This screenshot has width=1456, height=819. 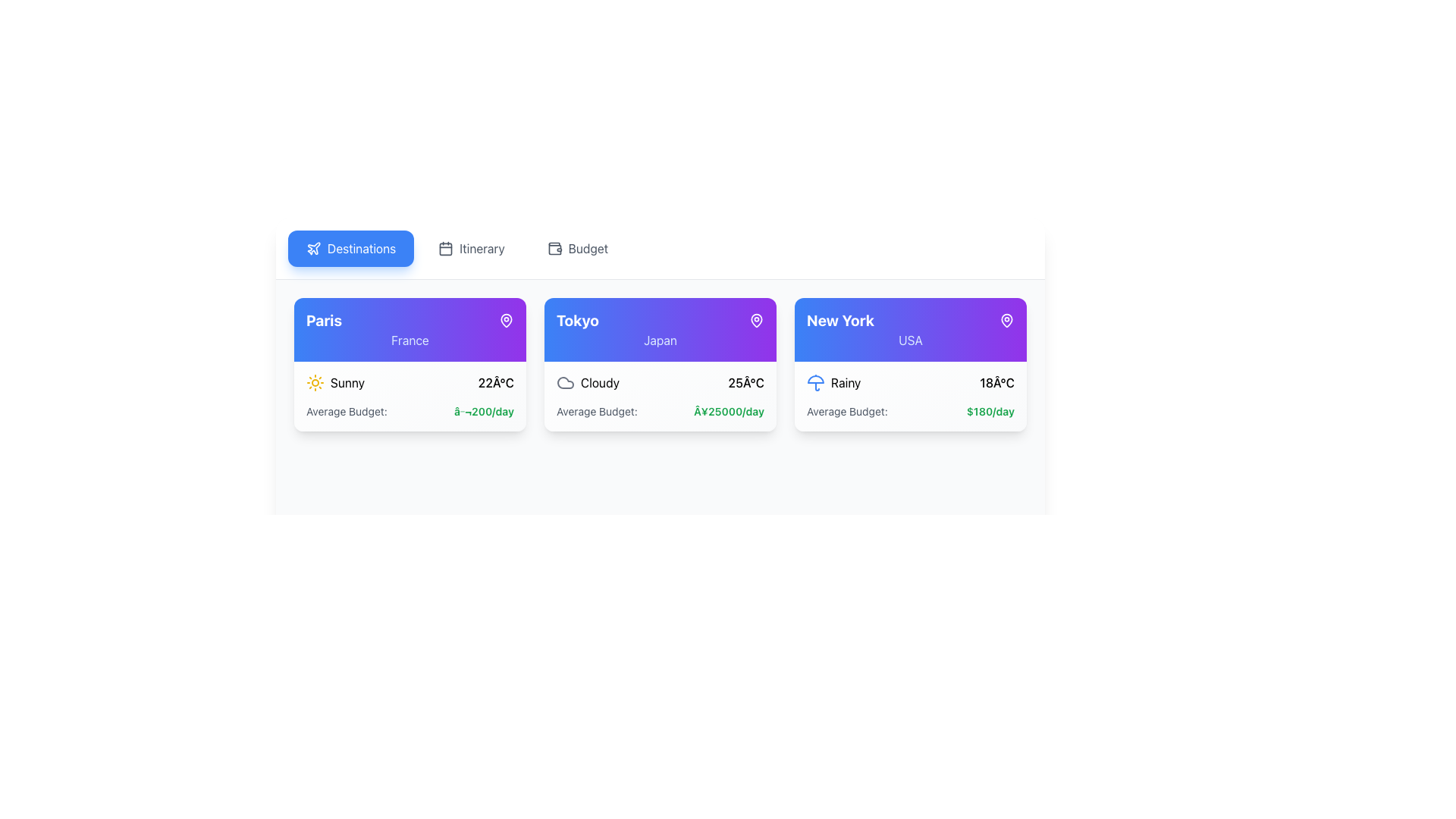 I want to click on the geographical marker icon located at the top-right corner of the 'Tokyo' card, next to the text 'Japan', so click(x=757, y=320).